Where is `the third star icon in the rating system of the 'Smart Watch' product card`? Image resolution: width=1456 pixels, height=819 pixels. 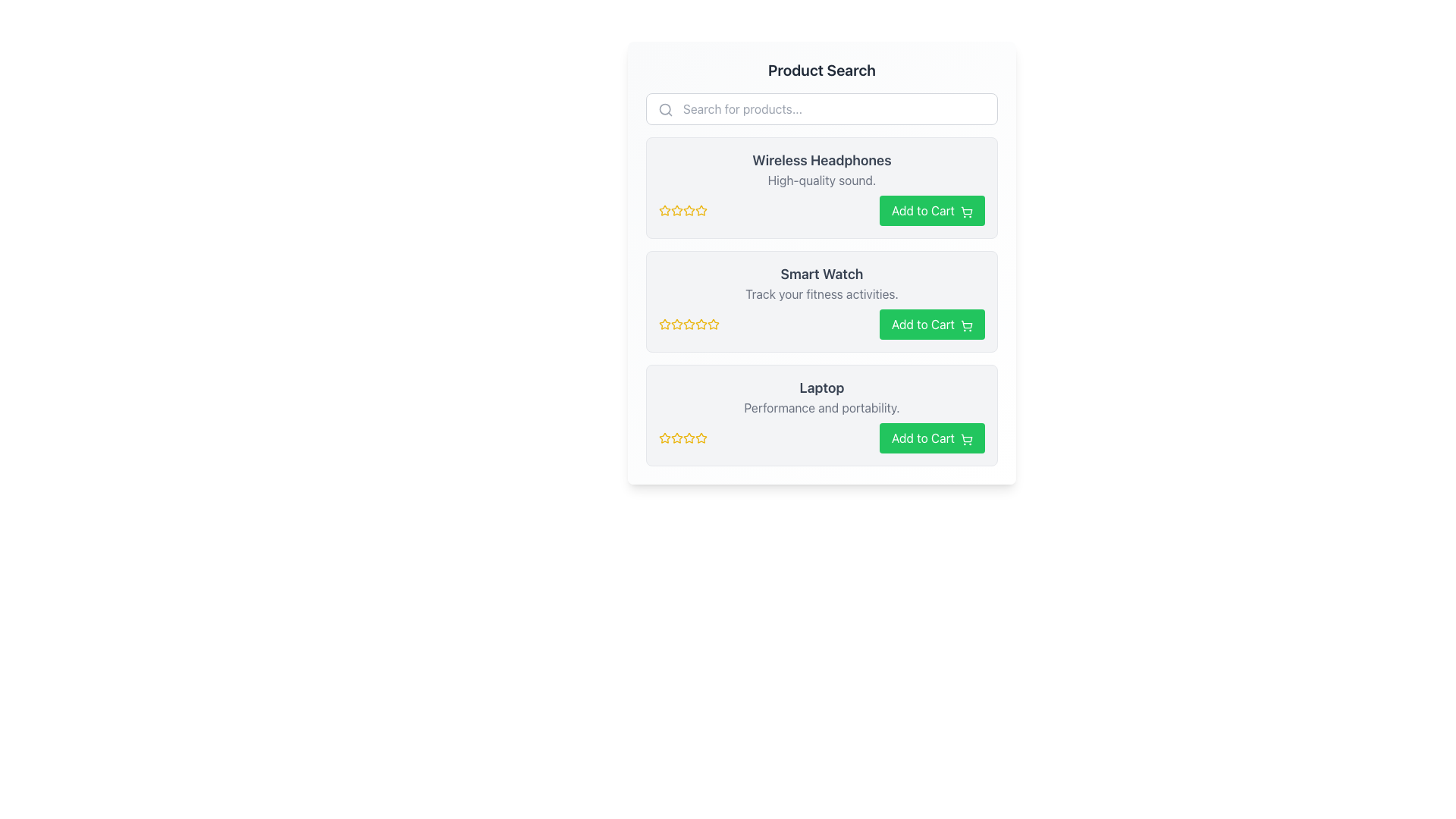
the third star icon in the rating system of the 'Smart Watch' product card is located at coordinates (701, 323).